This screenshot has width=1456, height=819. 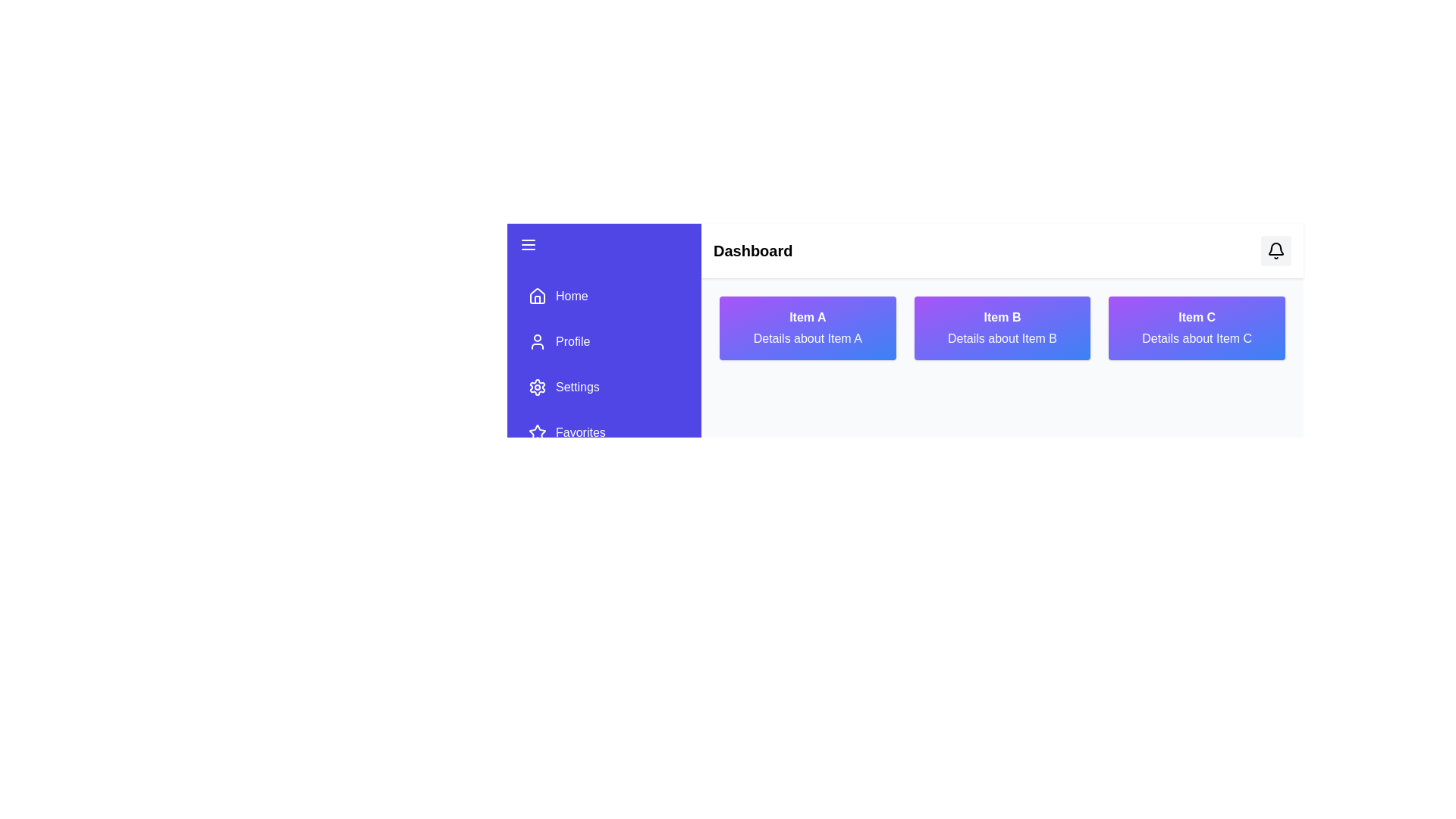 What do you see at coordinates (572, 342) in the screenshot?
I see `the 'Profile' text label in the left sidebar menu` at bounding box center [572, 342].